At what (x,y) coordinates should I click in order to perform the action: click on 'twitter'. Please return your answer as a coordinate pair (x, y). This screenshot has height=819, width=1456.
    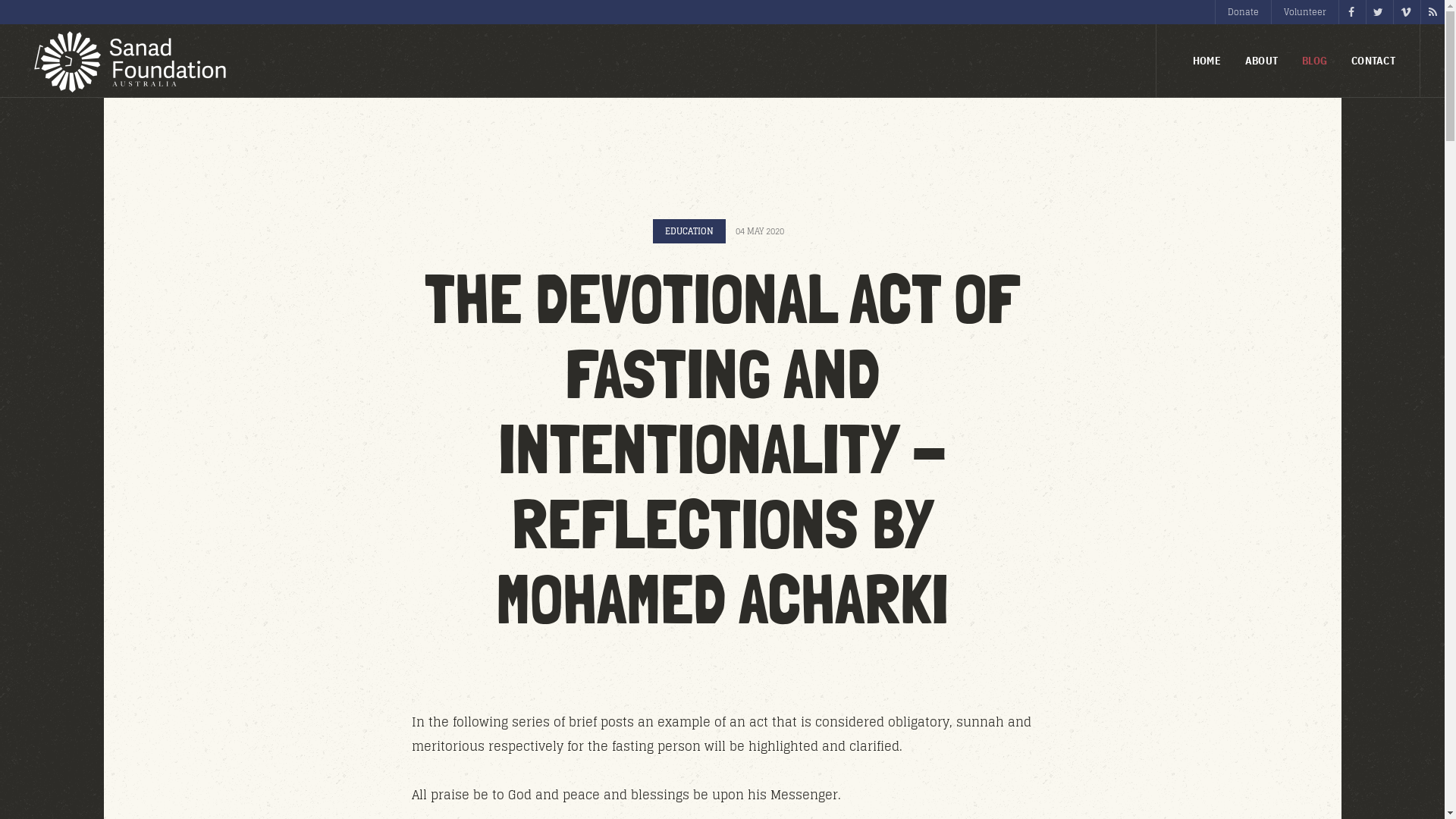
    Looking at the image, I should click on (1378, 11).